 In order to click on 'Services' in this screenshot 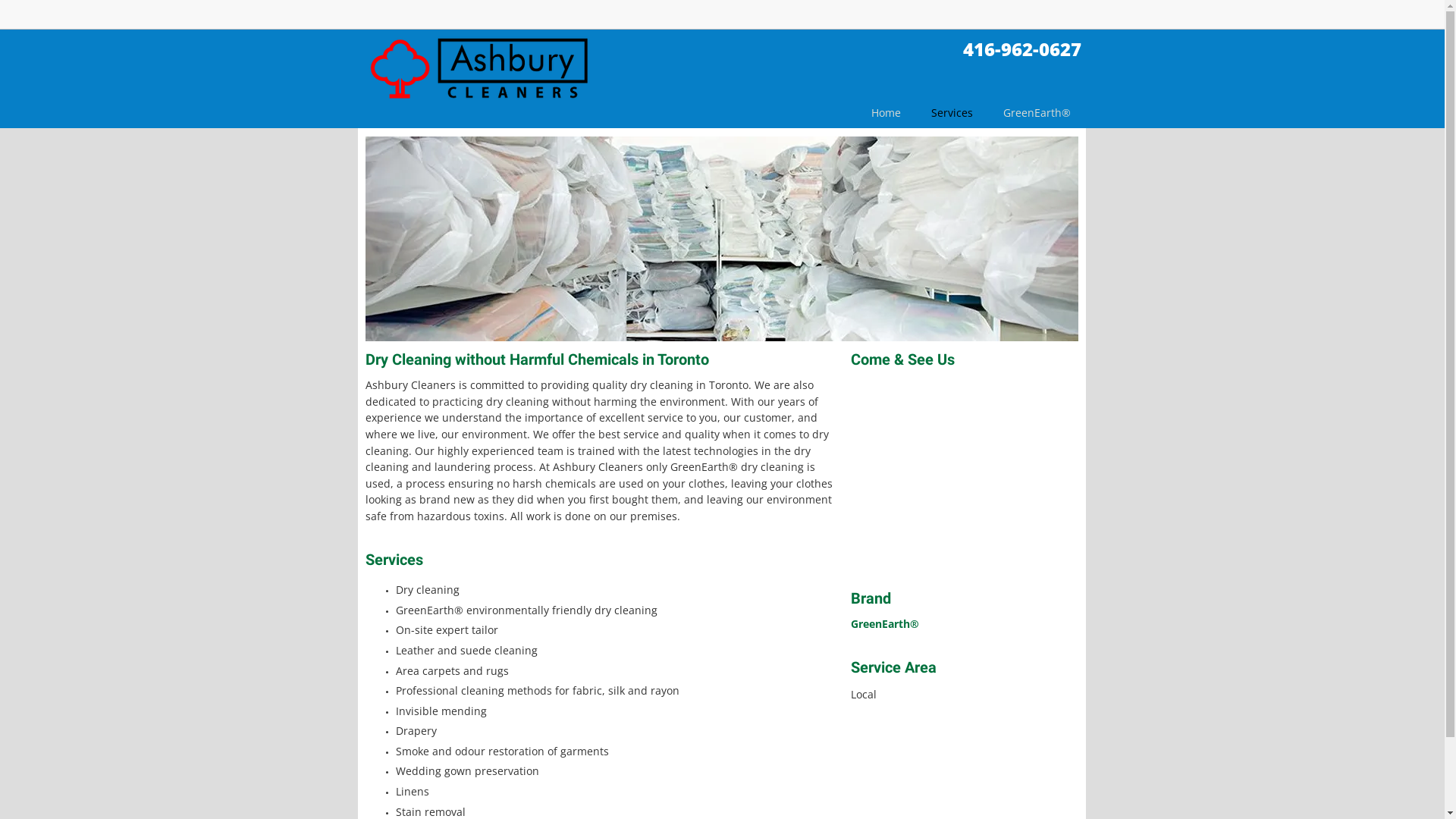, I will do `click(951, 116)`.